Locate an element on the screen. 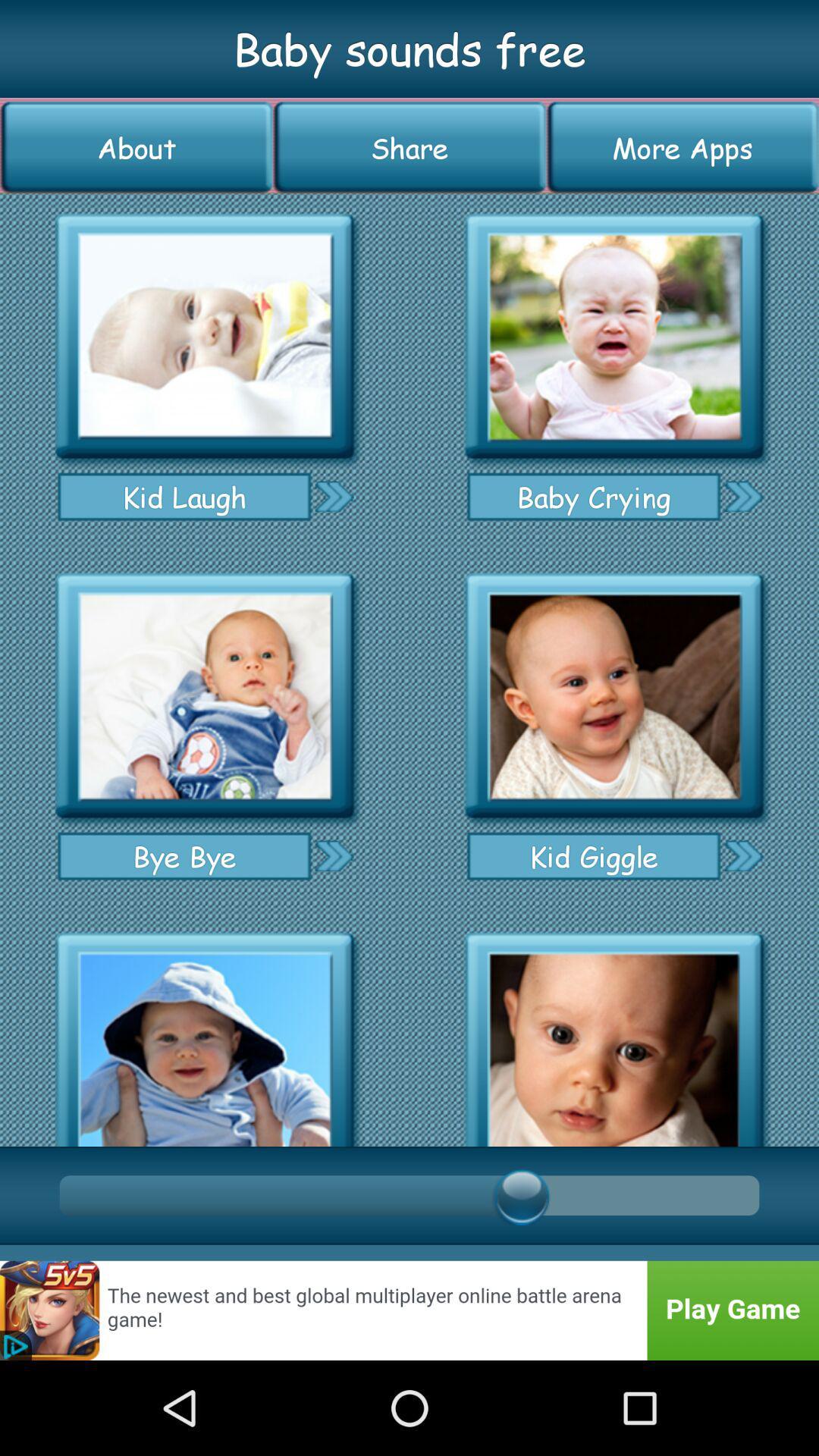  icon for kid giggle is located at coordinates (614, 695).